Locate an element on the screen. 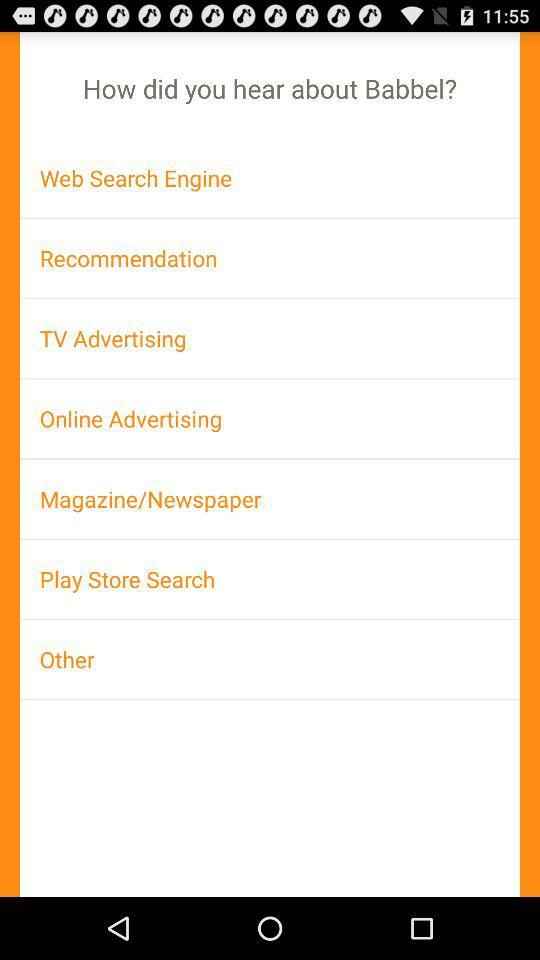  play store search is located at coordinates (270, 579).